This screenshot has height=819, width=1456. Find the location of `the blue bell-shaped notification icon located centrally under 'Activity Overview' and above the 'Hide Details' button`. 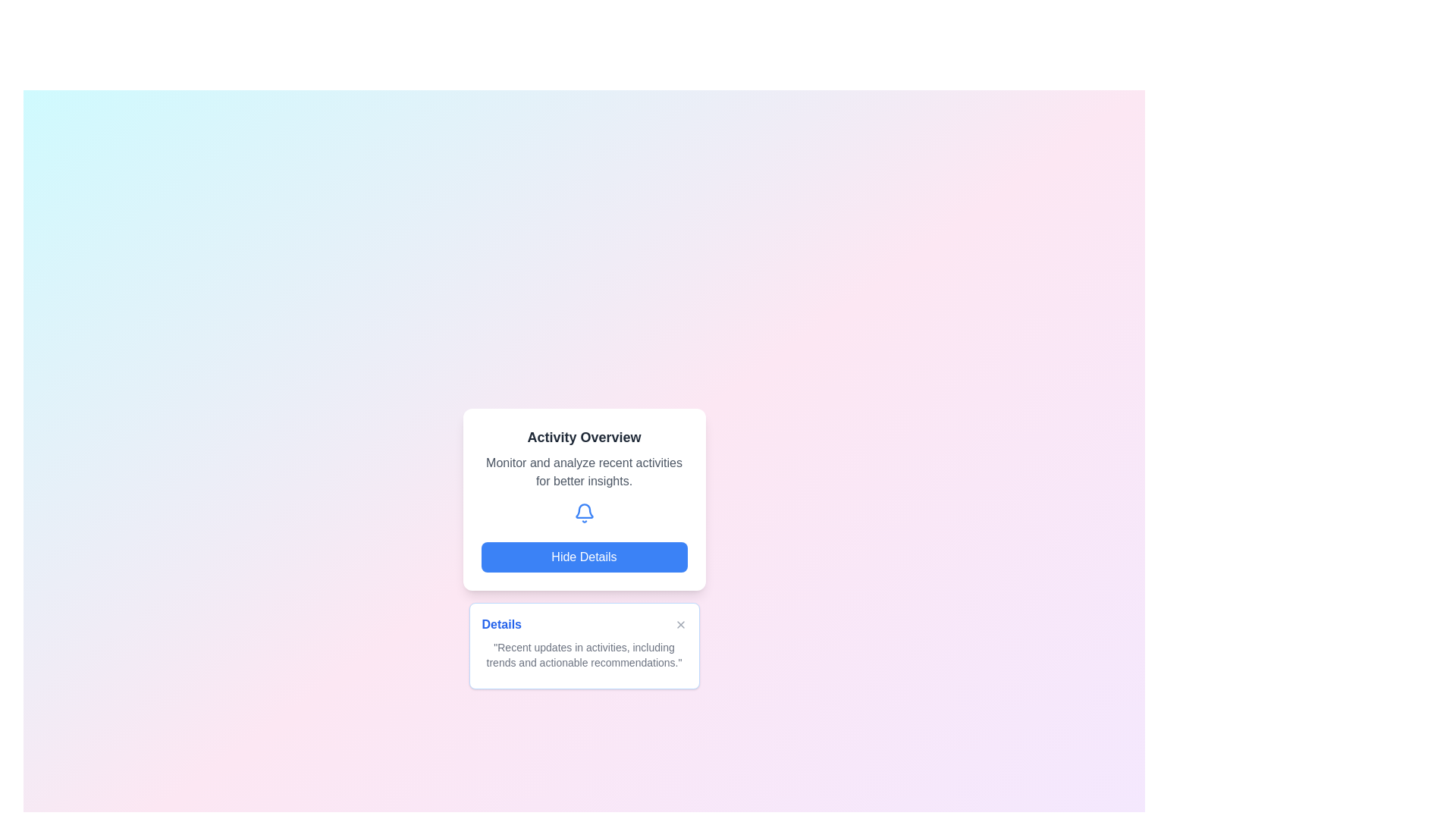

the blue bell-shaped notification icon located centrally under 'Activity Overview' and above the 'Hide Details' button is located at coordinates (583, 513).